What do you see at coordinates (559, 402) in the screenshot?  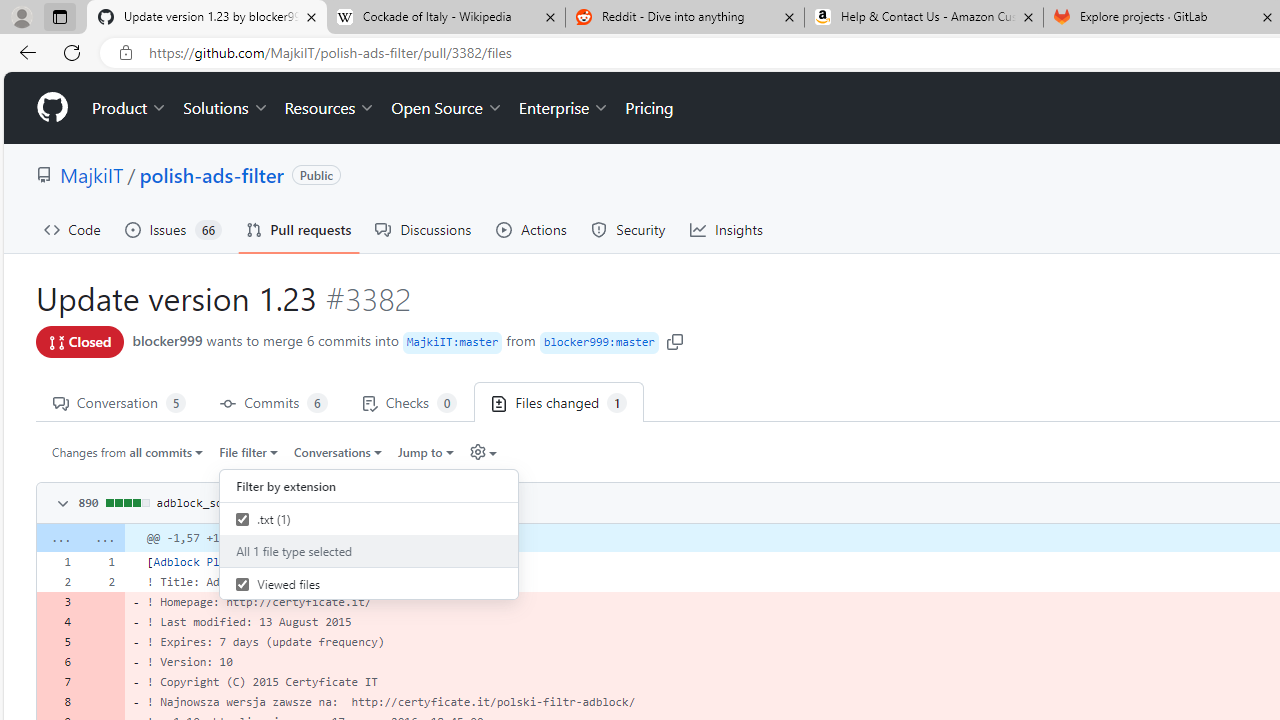 I see `' Files changed 1'` at bounding box center [559, 402].